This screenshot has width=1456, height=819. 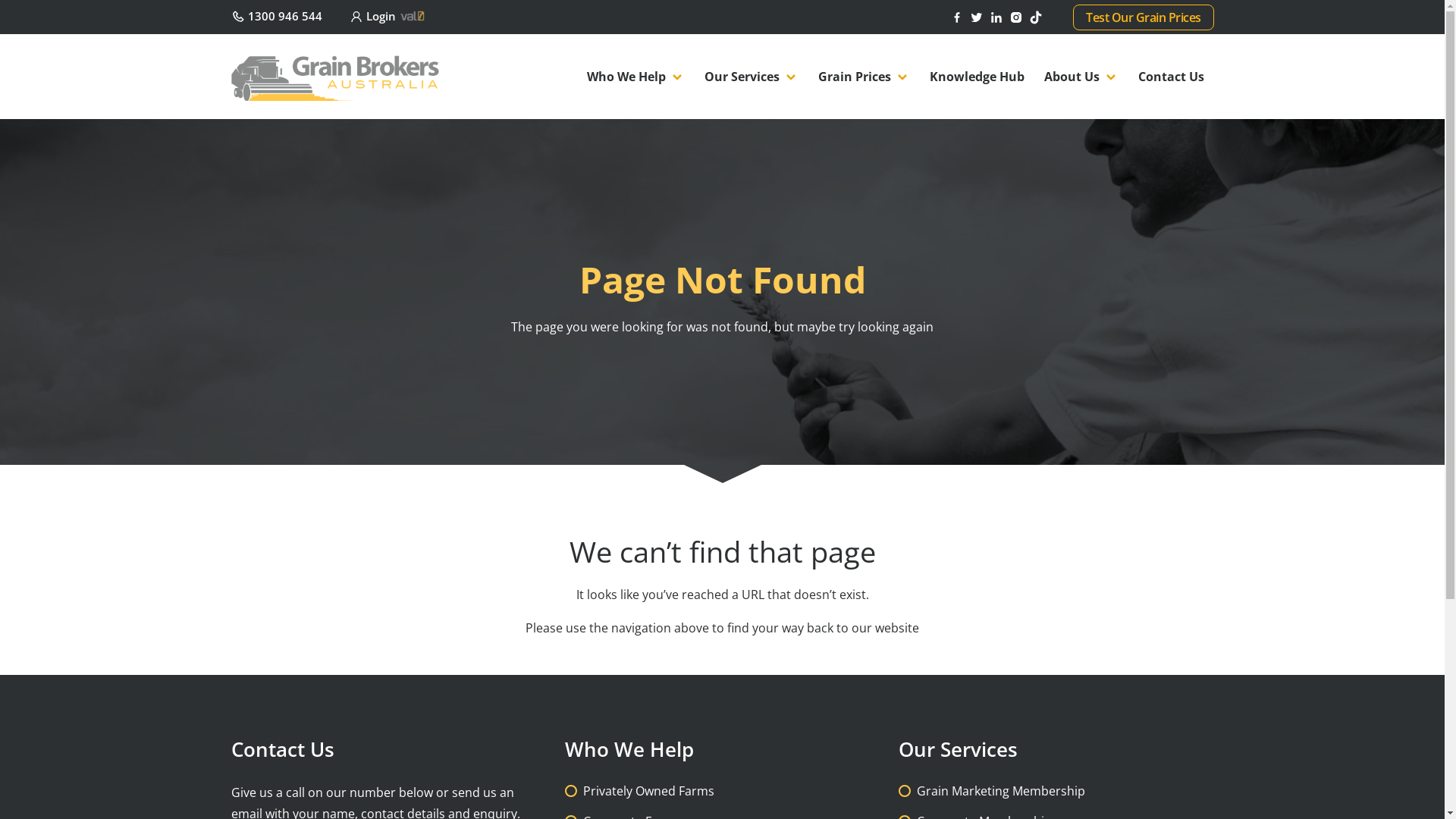 I want to click on 'Tiktok', so click(x=1037, y=15).